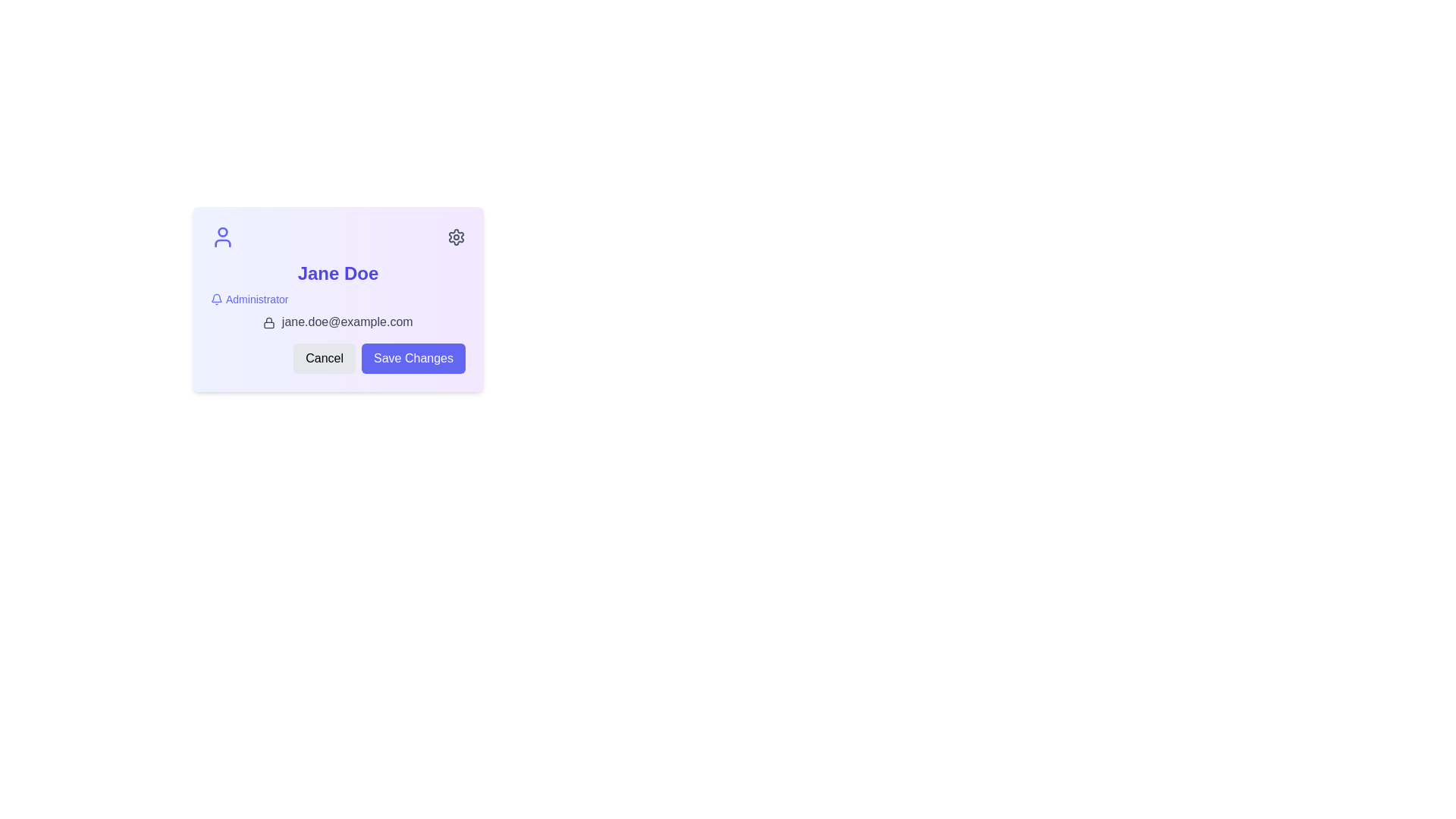 Image resolution: width=1456 pixels, height=819 pixels. I want to click on the user icon represented by an indigo blue SVG image element located at the top-left corner of the profile card, so click(221, 237).